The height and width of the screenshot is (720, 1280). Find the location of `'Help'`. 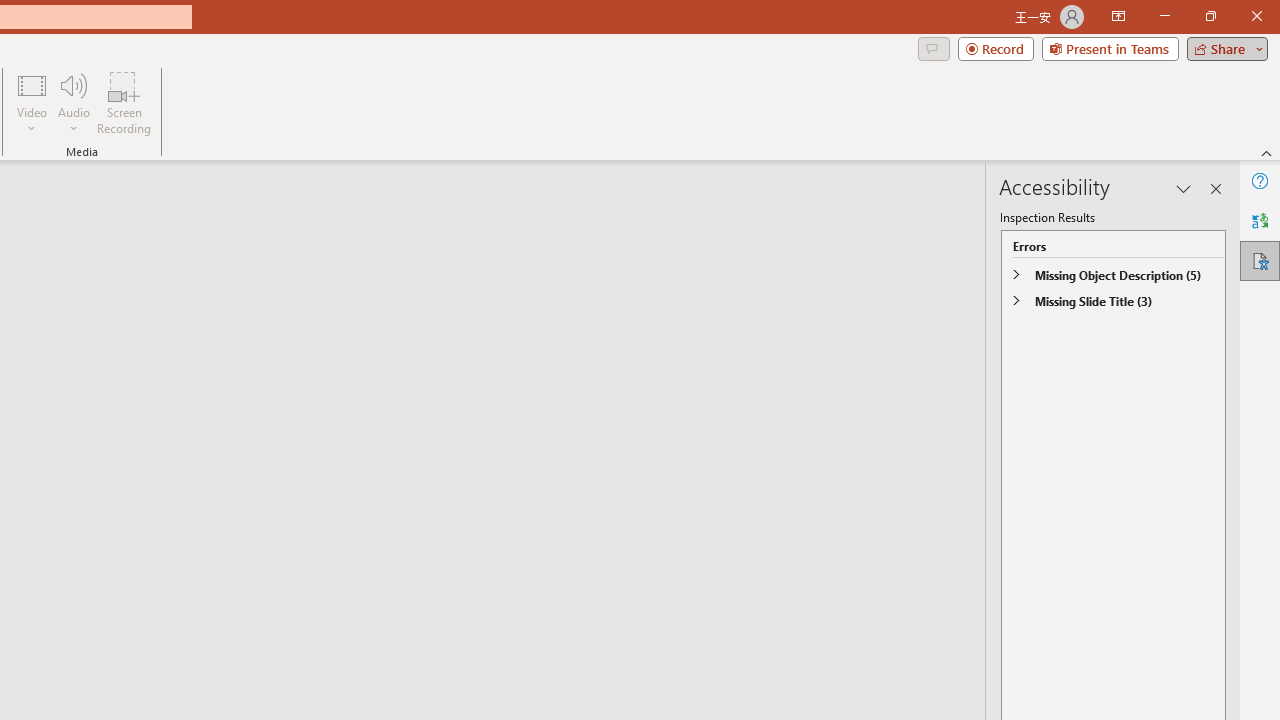

'Help' is located at coordinates (1259, 181).